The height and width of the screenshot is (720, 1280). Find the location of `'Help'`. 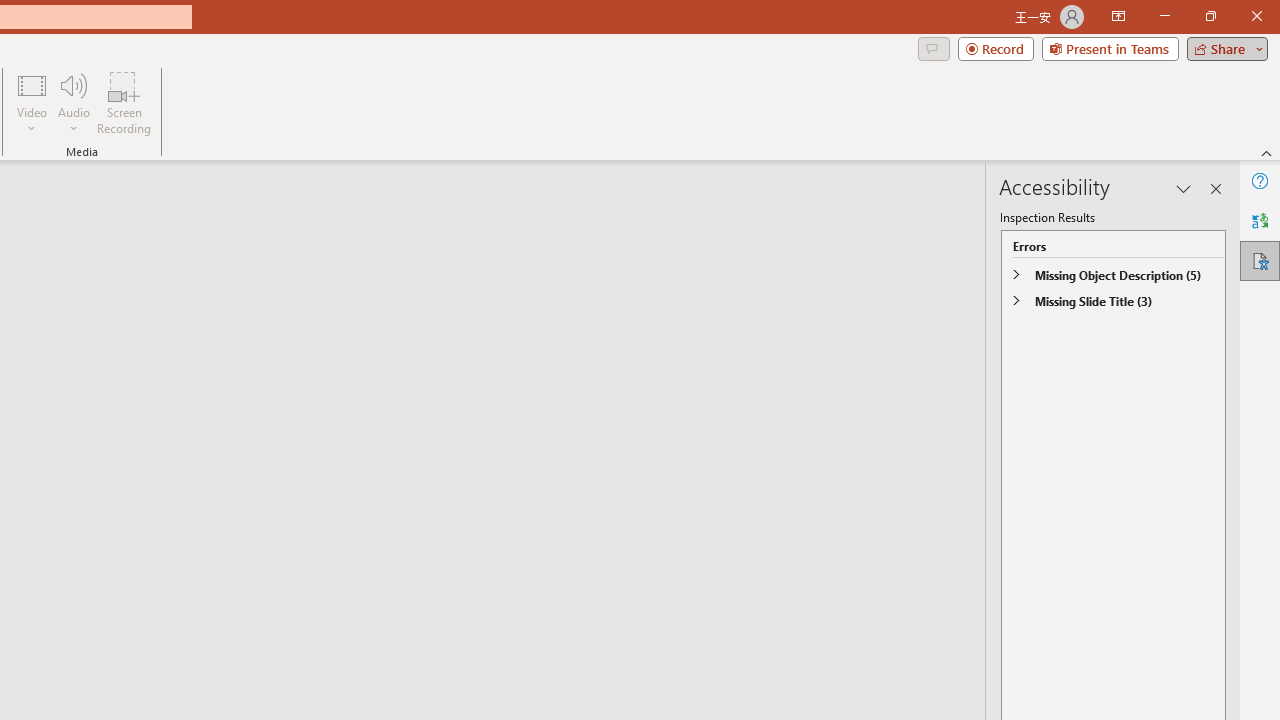

'Help' is located at coordinates (1259, 181).